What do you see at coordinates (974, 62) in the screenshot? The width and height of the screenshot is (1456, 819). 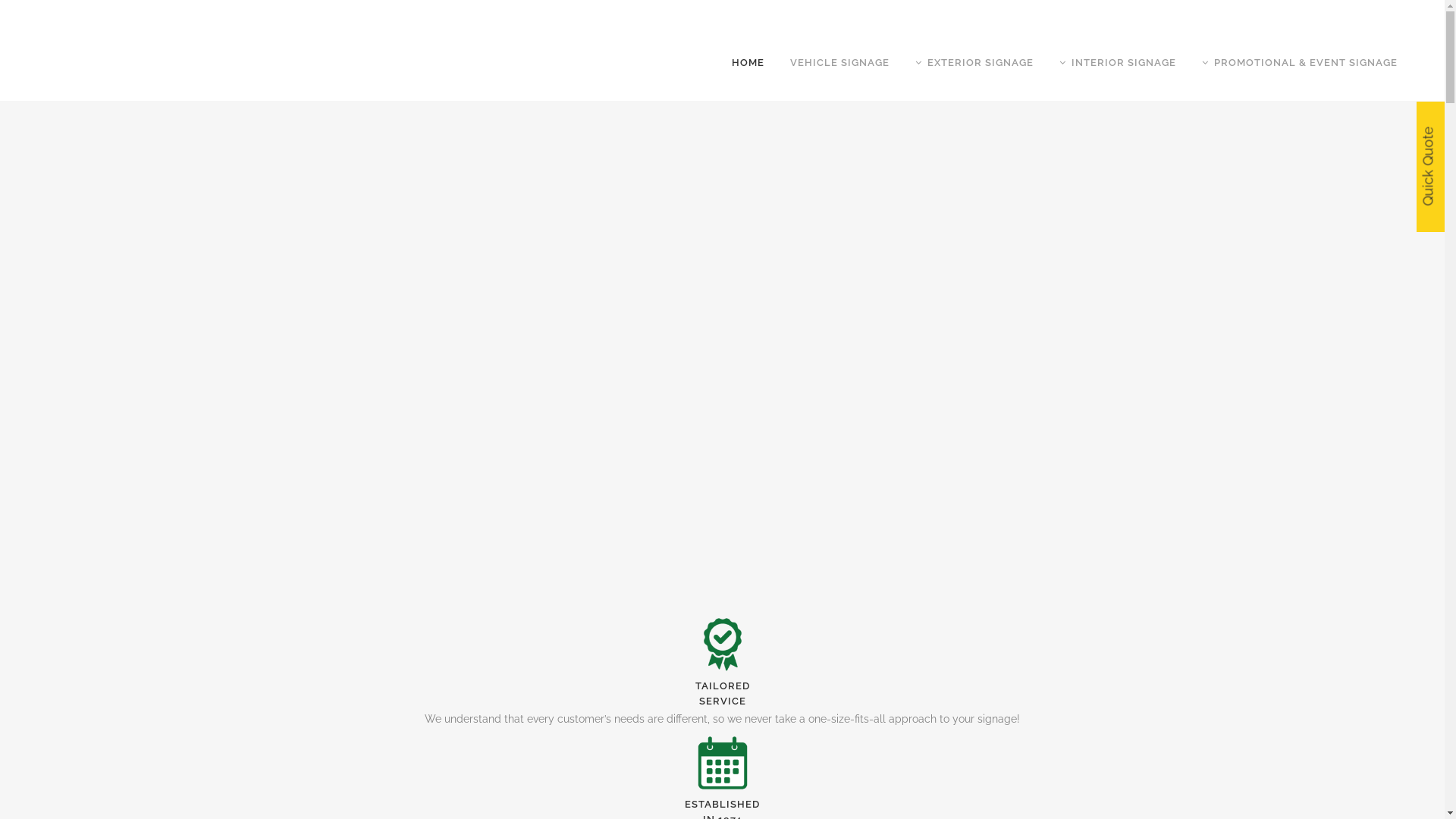 I see `'EXTERIOR SIGNAGE'` at bounding box center [974, 62].